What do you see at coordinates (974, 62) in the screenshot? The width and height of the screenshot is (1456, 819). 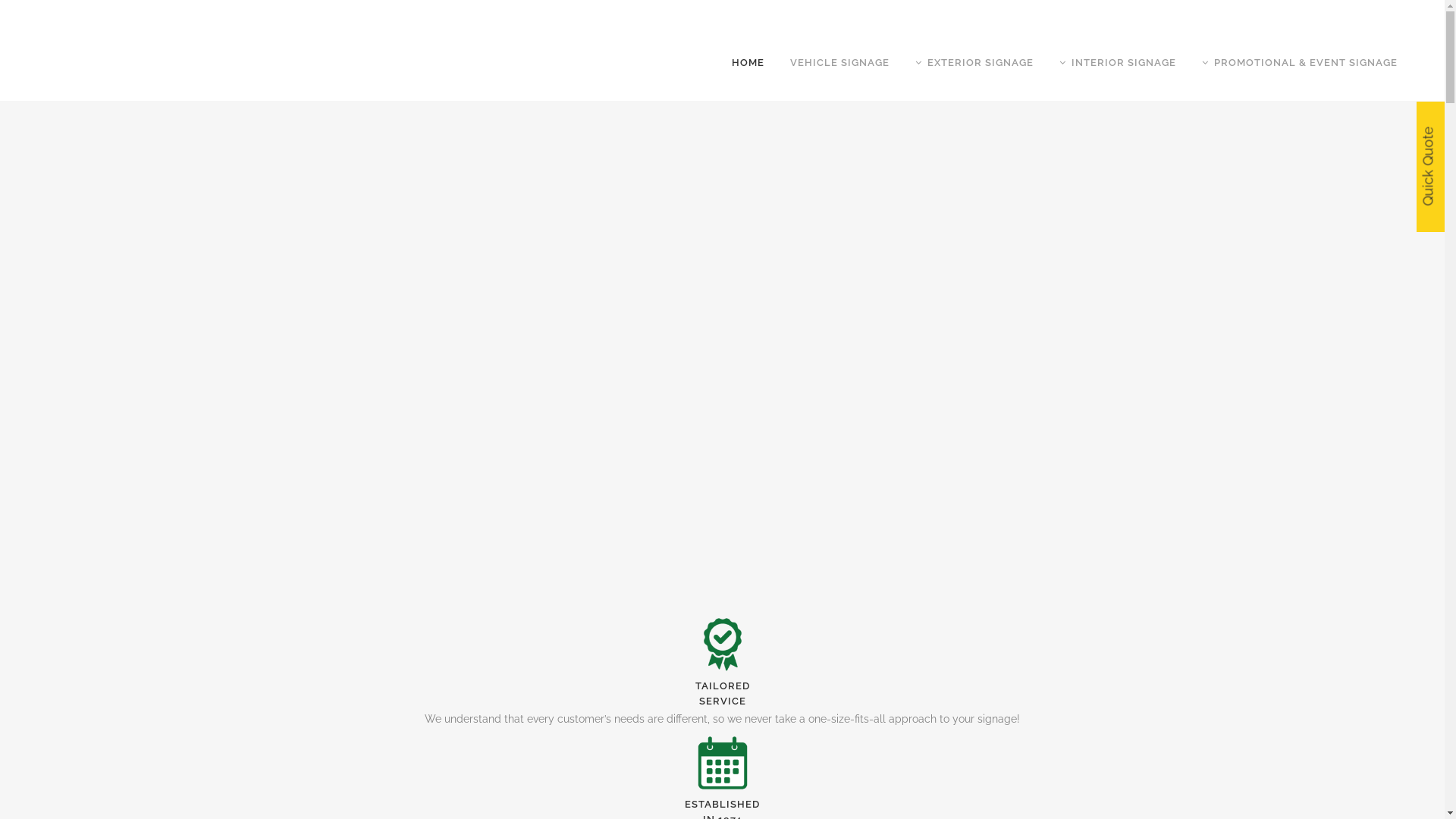 I see `'EXTERIOR SIGNAGE'` at bounding box center [974, 62].